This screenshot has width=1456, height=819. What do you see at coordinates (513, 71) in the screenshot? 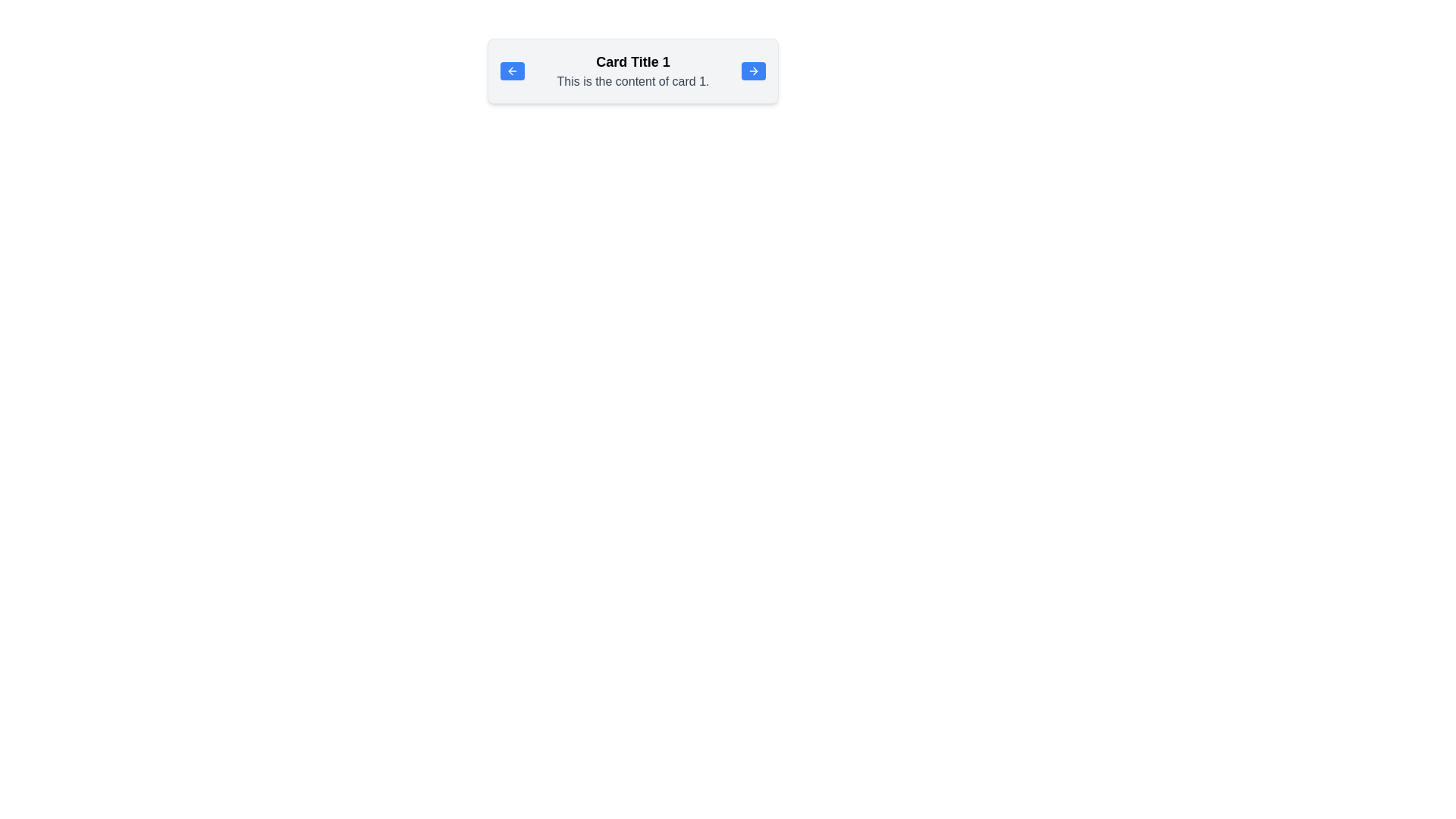
I see `the leftmost button with a blue background and white left-pointing arrow to check for a context menu` at bounding box center [513, 71].